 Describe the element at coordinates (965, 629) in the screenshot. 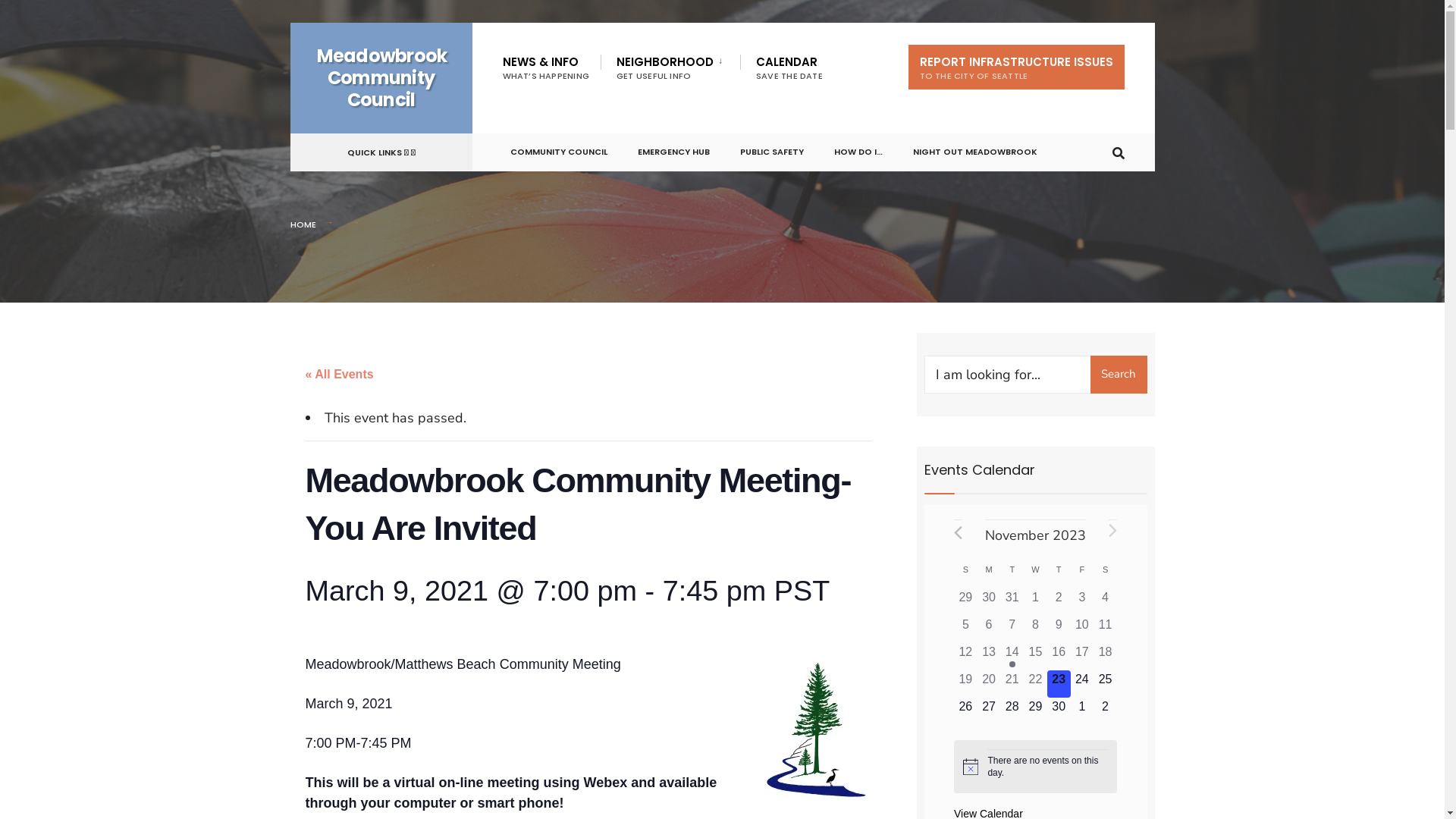

I see `'0 events,` at that location.